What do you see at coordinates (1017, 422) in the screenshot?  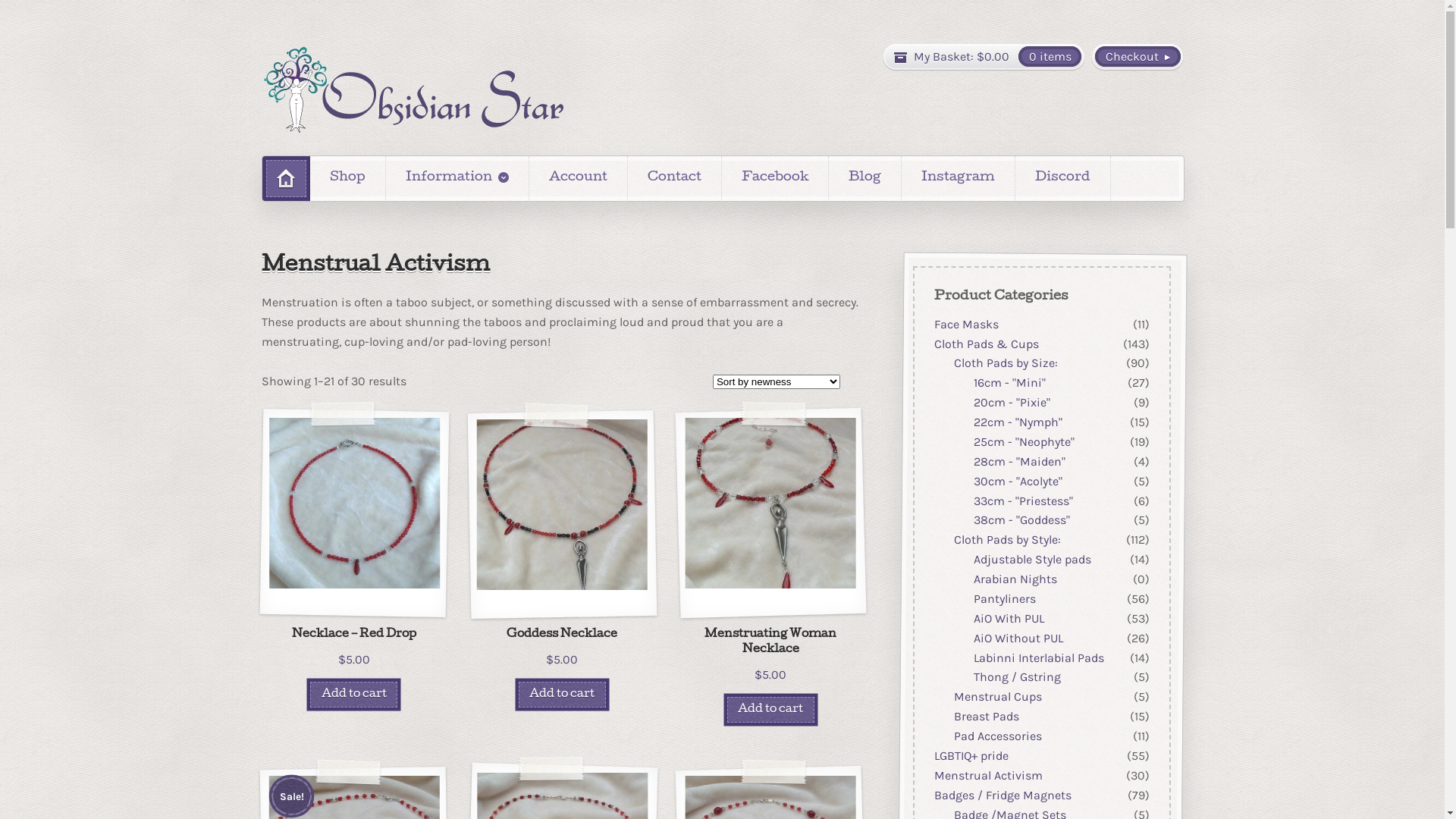 I see `'22cm - "Nymph"'` at bounding box center [1017, 422].